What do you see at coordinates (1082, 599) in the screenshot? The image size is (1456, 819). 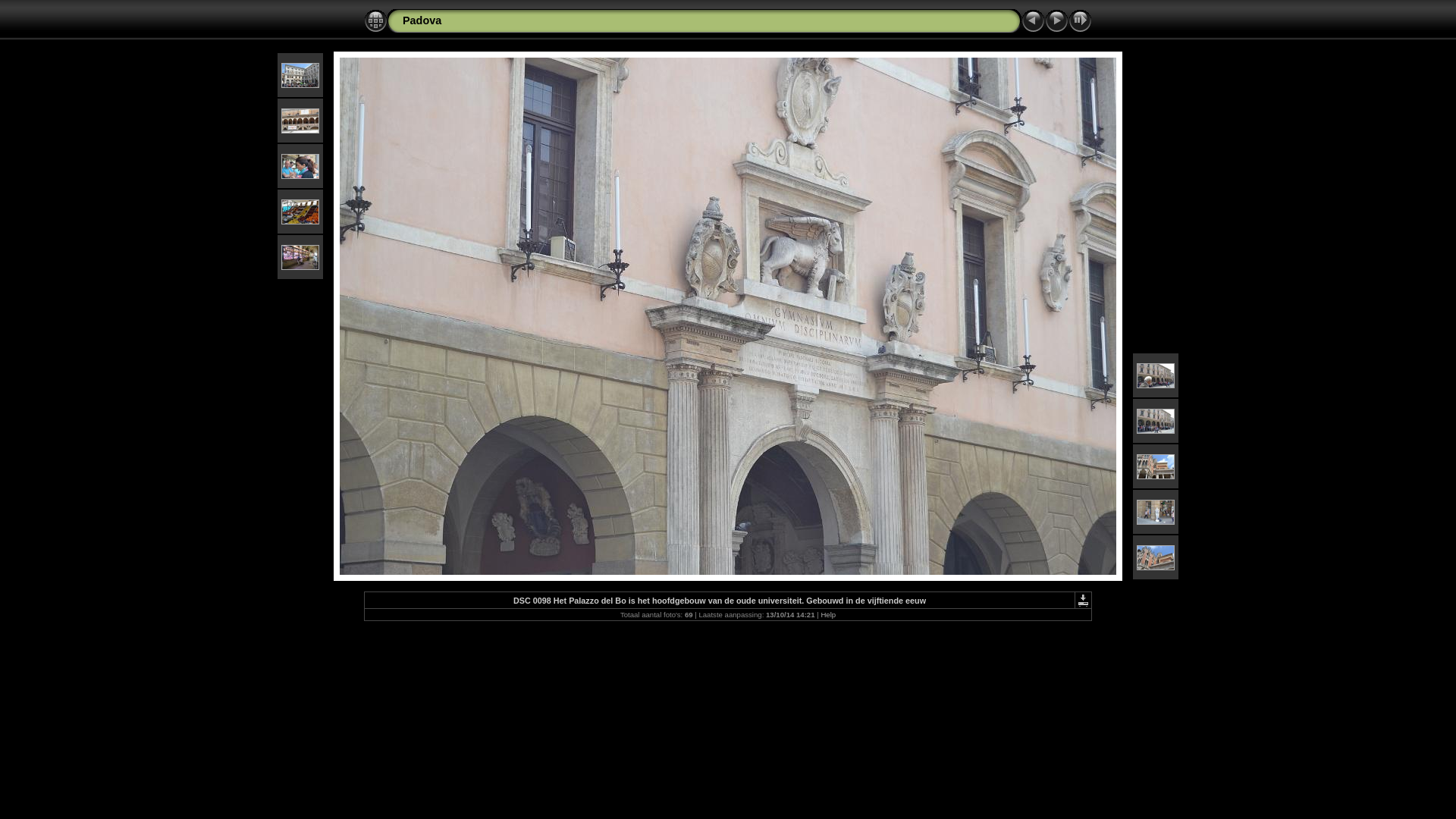 I see `' Foto downloaden '` at bounding box center [1082, 599].